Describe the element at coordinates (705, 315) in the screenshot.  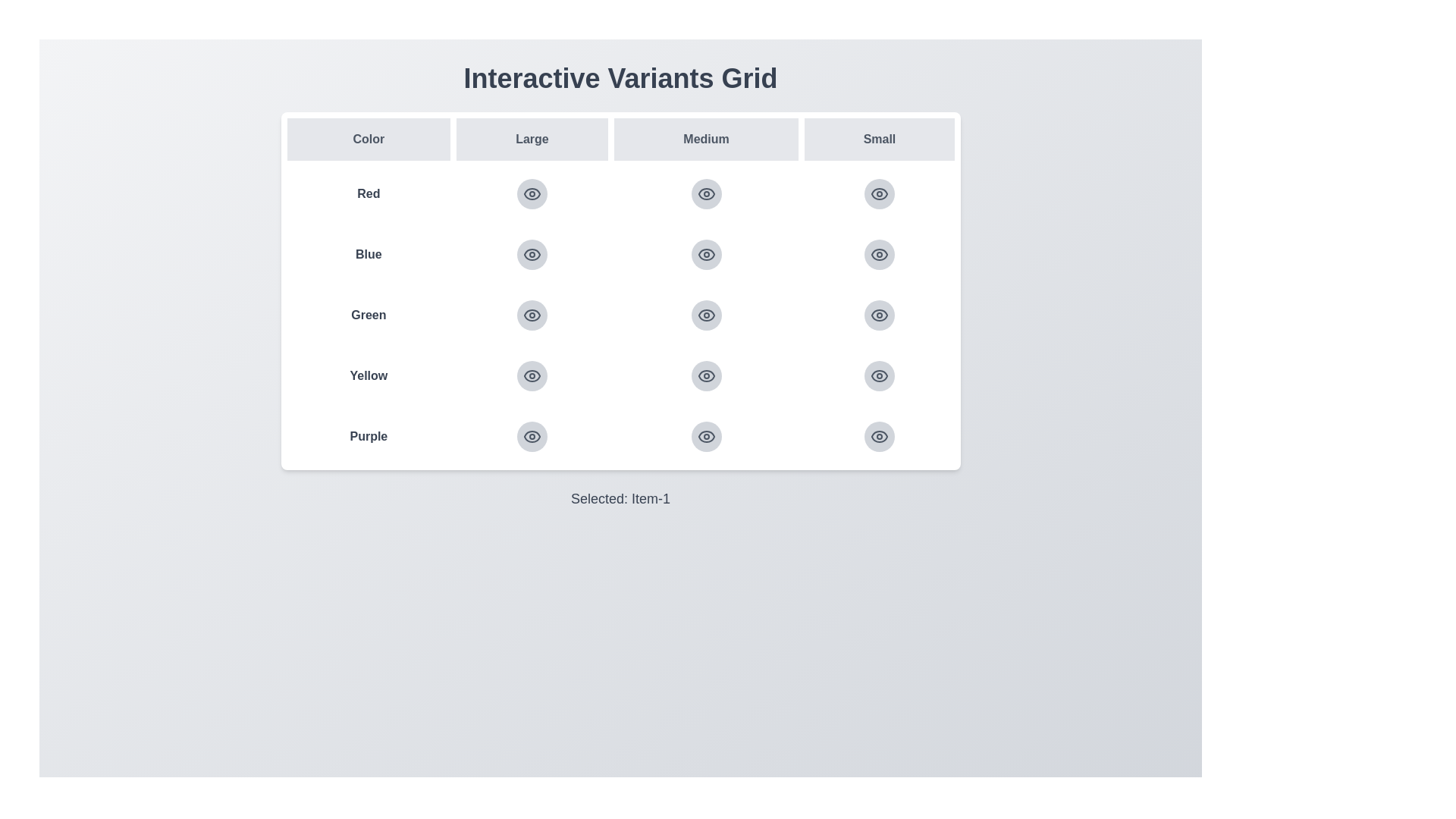
I see `the circular button with a gray background and an eye icon in the center, located in the 'Green' row and 'Medium' column of the grid layout` at that location.